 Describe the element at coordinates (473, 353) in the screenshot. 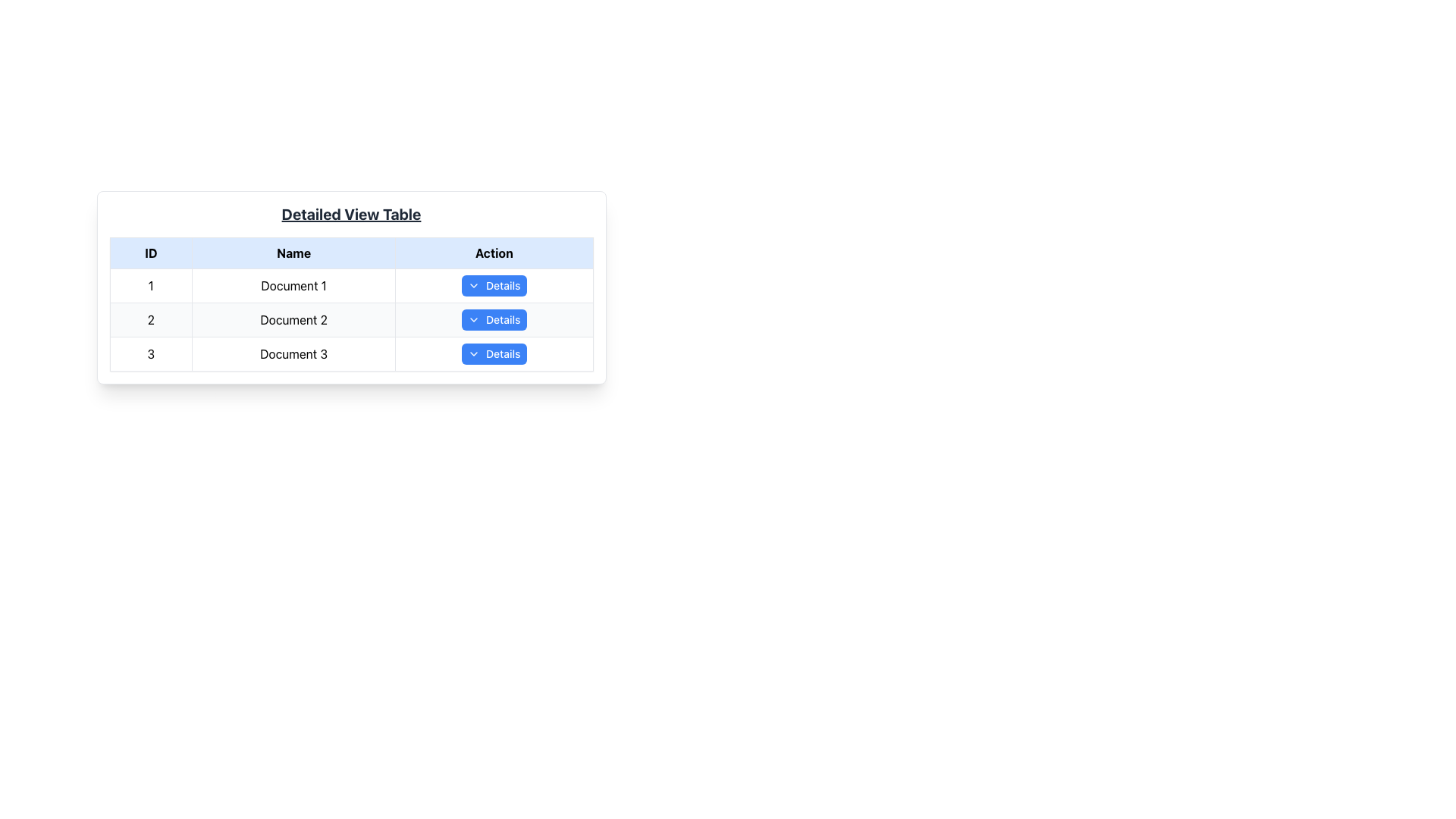

I see `the chevron/arrow icon that indicates a dropdown menu associated with the 'Details' button in the last row of the 'Detailed View Table'` at that location.